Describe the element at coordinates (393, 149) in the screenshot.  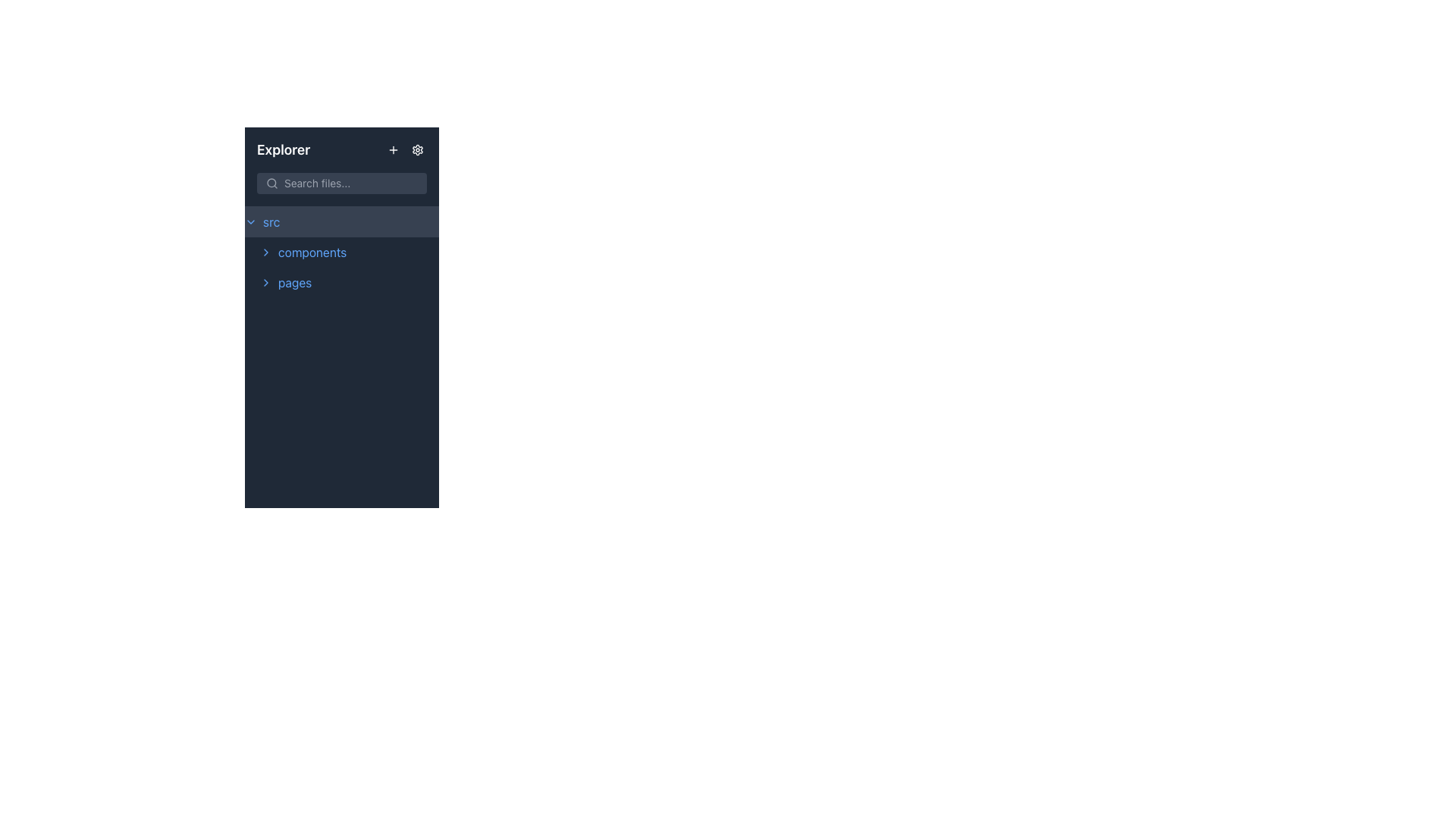
I see `the addition button located in the top-right of the sidebar` at that location.